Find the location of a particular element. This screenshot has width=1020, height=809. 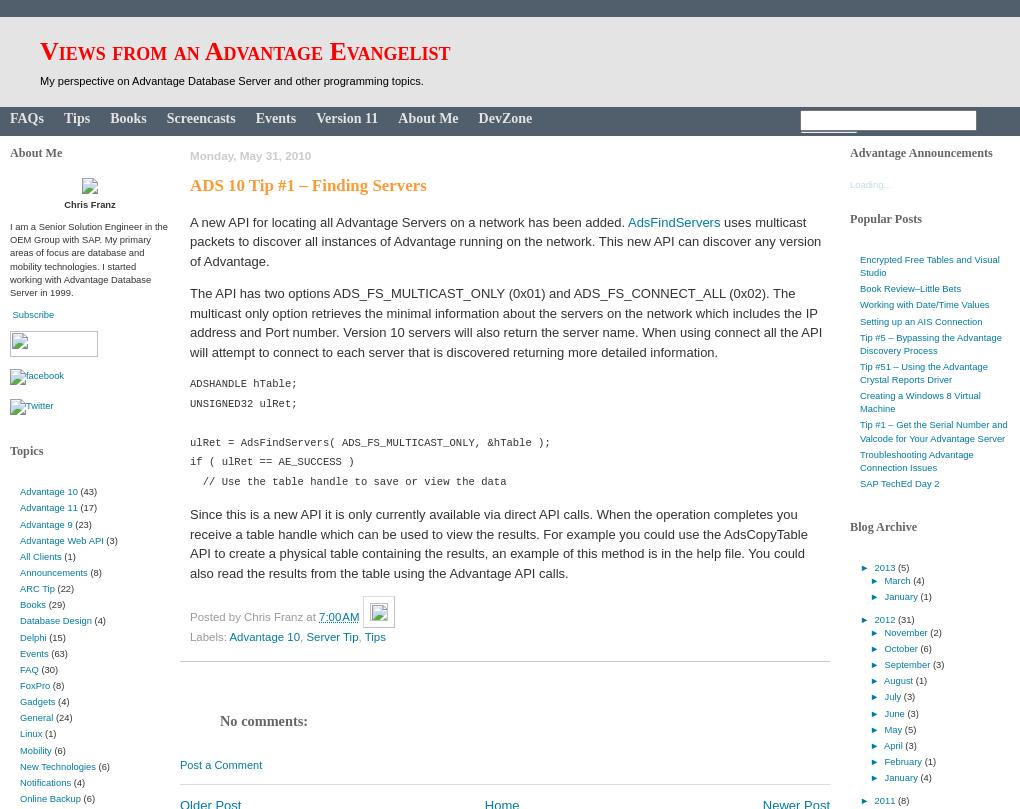

'2013' is located at coordinates (884, 566).